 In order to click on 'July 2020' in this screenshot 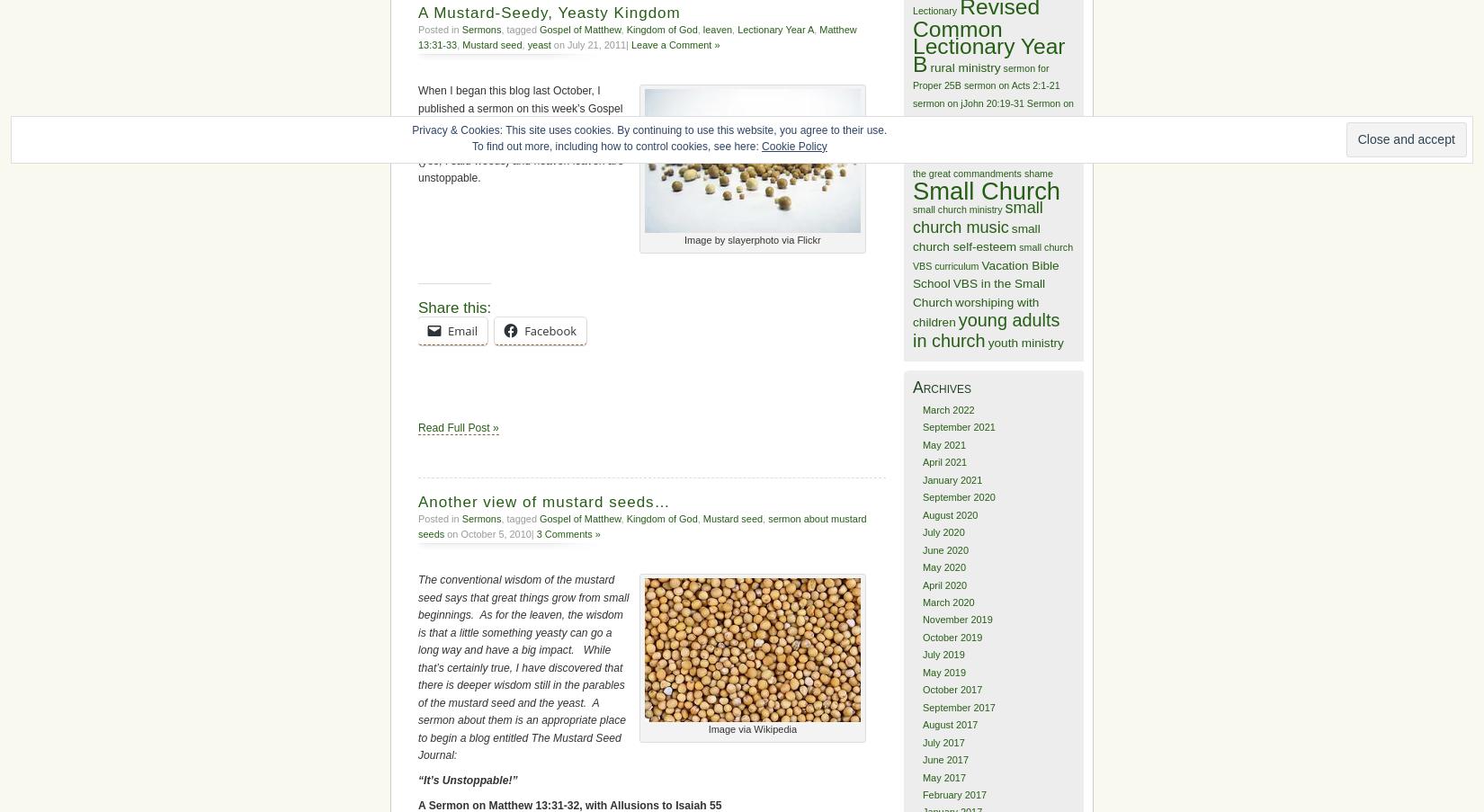, I will do `click(943, 532)`.